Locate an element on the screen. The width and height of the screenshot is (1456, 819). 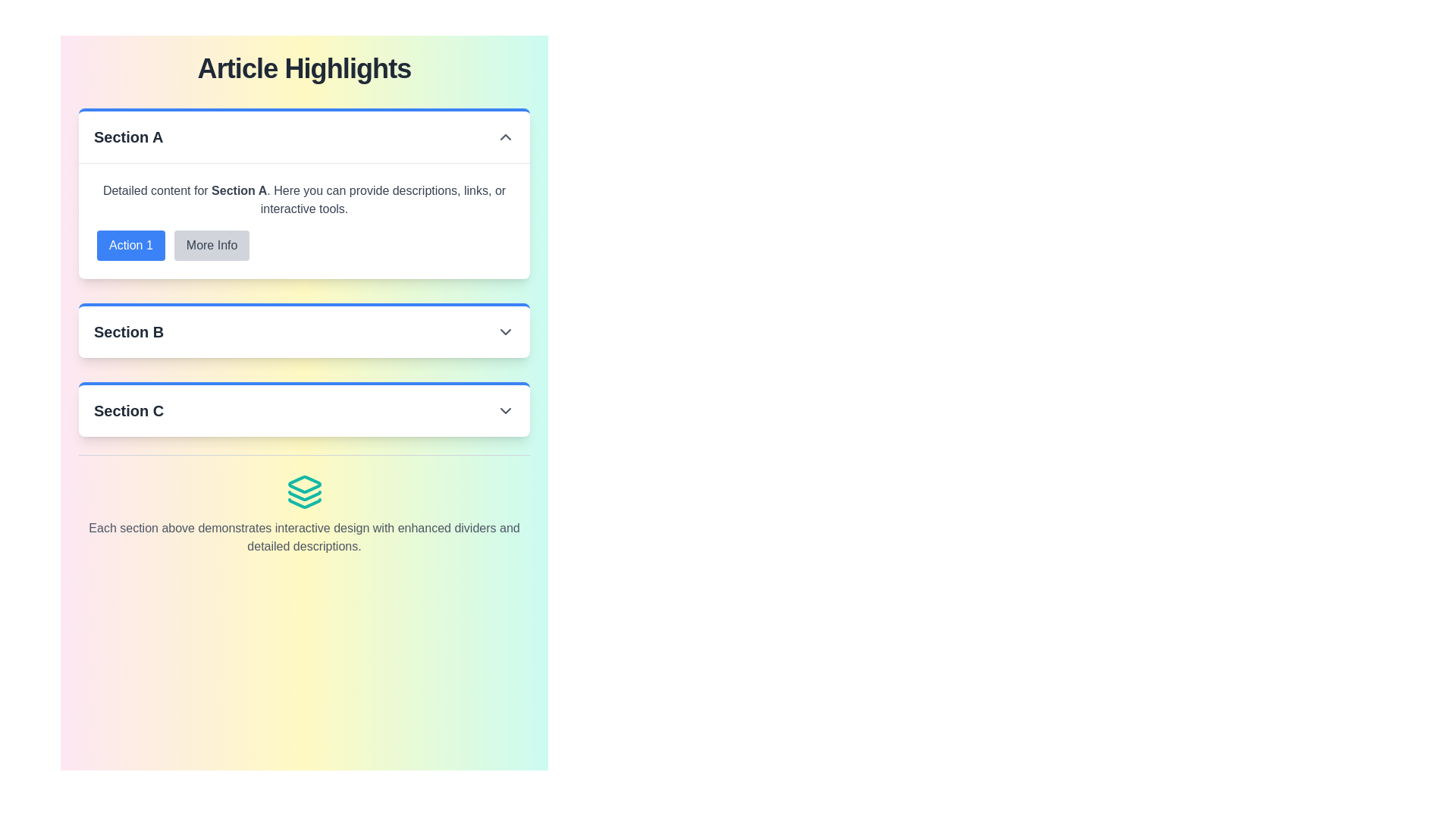
the 'Section C' text display, which is styled in bold and larger font, located in the header of the collapsible section is located at coordinates (129, 411).